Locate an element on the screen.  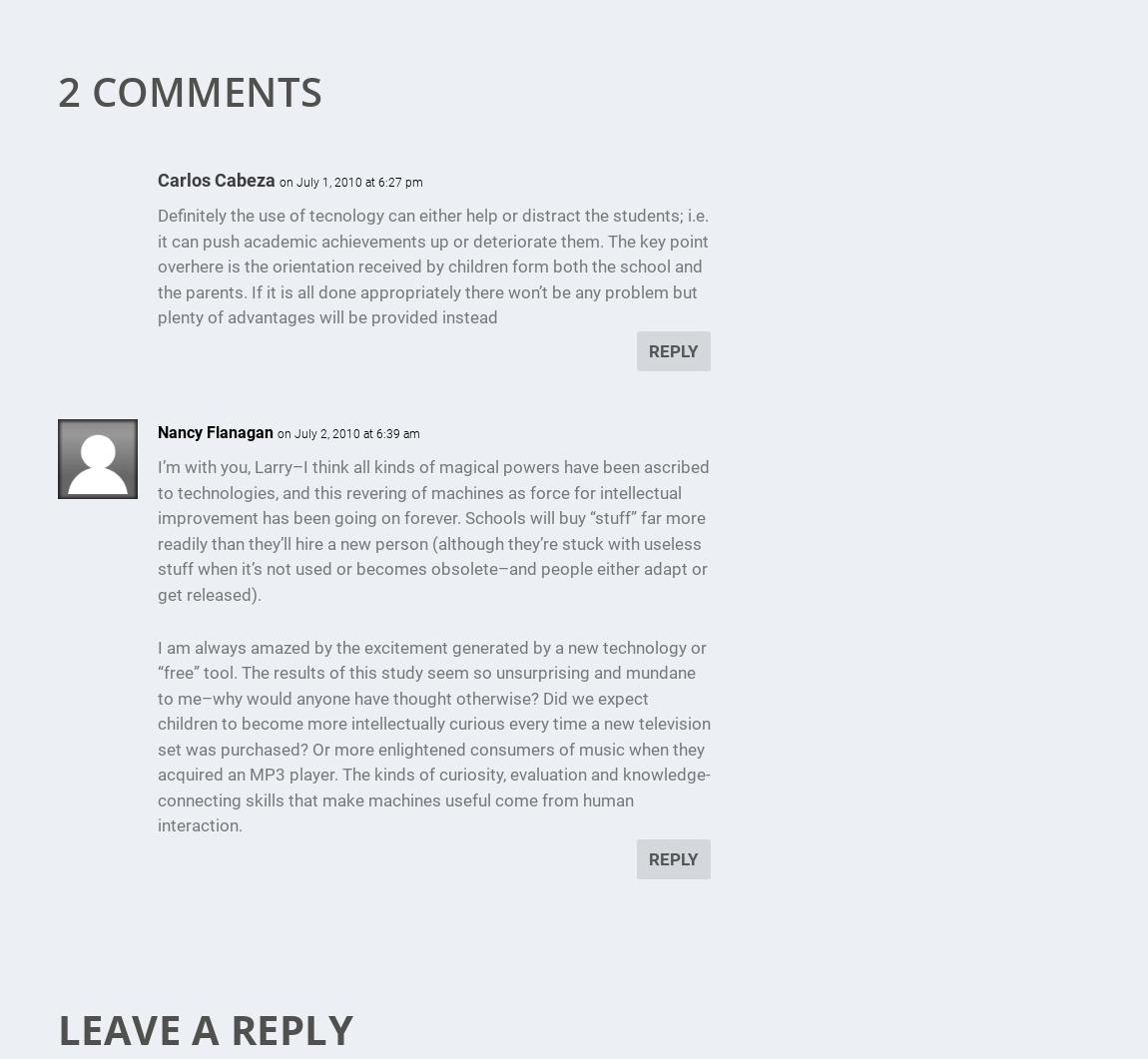
'2 Comments' is located at coordinates (188, 91).